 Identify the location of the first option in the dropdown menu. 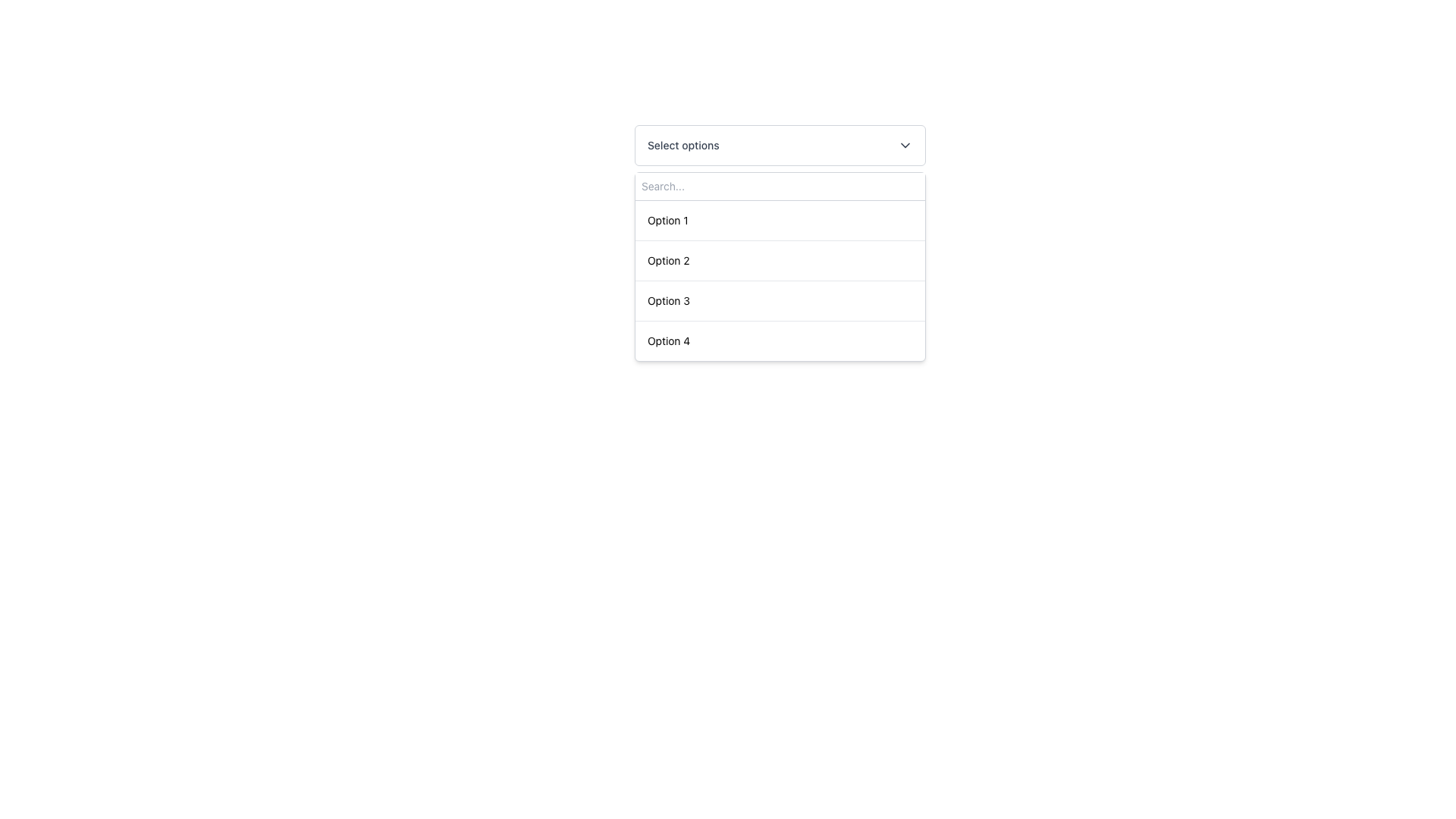
(667, 220).